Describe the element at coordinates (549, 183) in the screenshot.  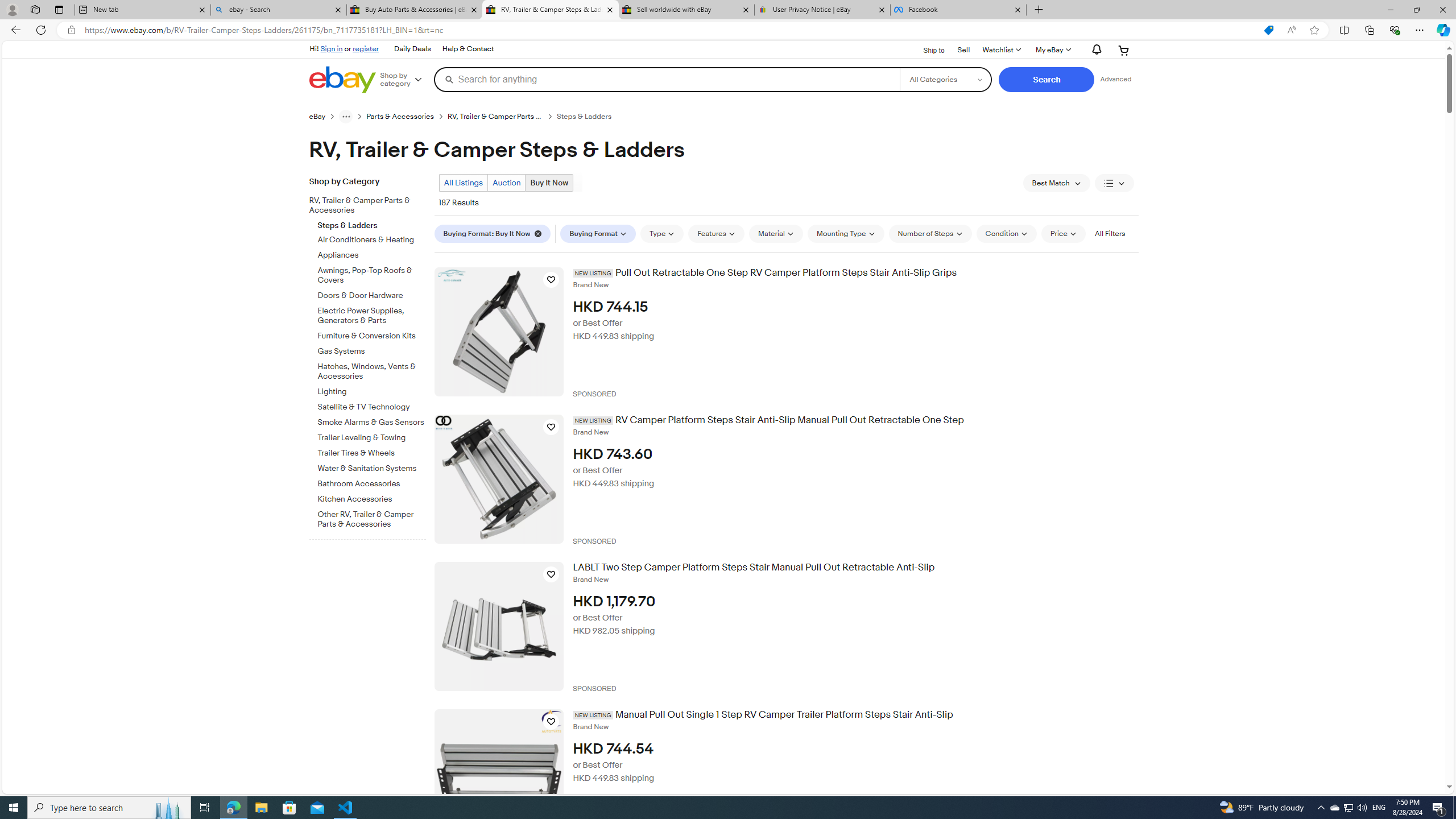
I see `'Buy It Now'` at that location.